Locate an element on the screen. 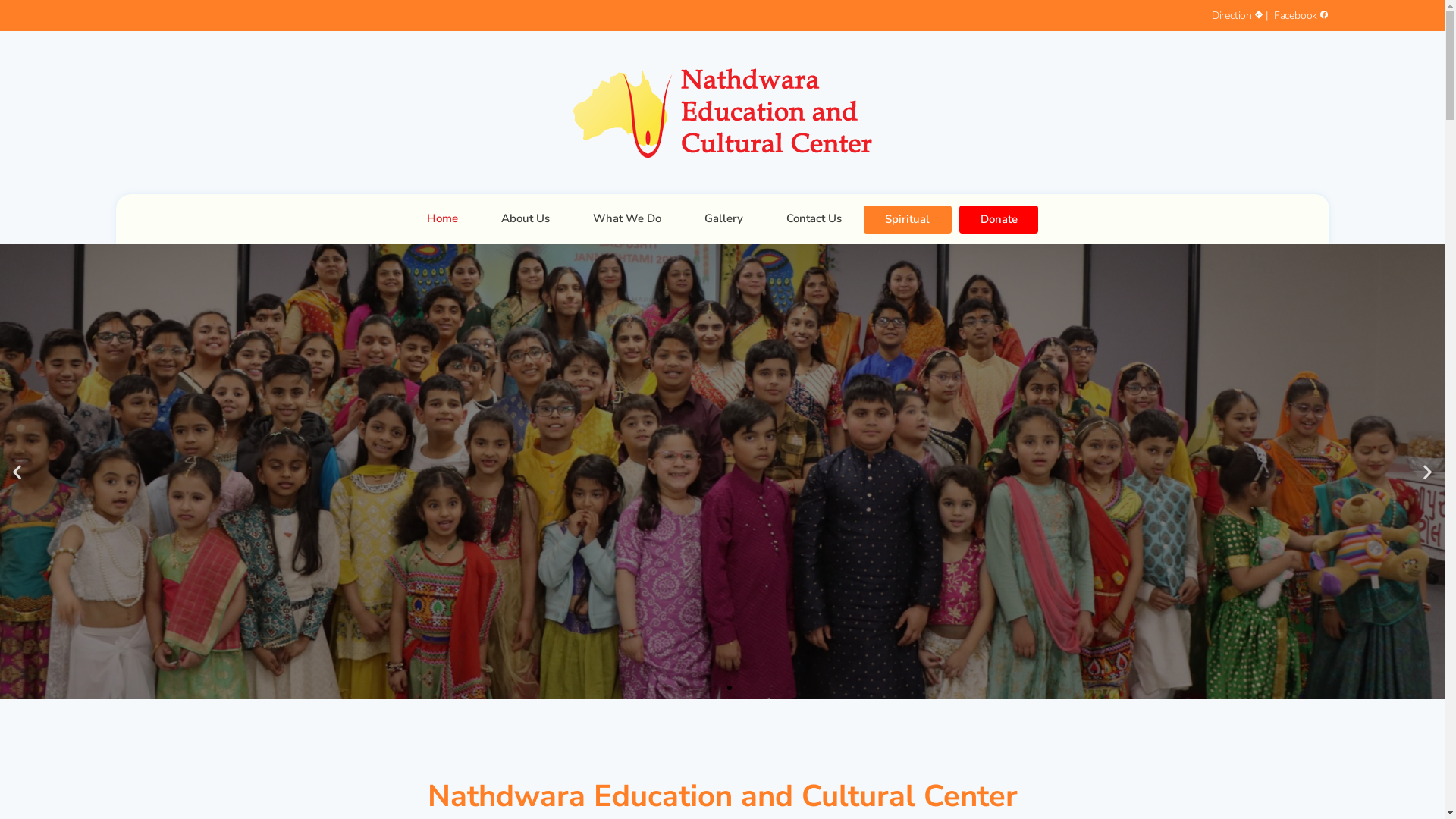 This screenshot has width=1456, height=819. 'Gallery' is located at coordinates (723, 218).